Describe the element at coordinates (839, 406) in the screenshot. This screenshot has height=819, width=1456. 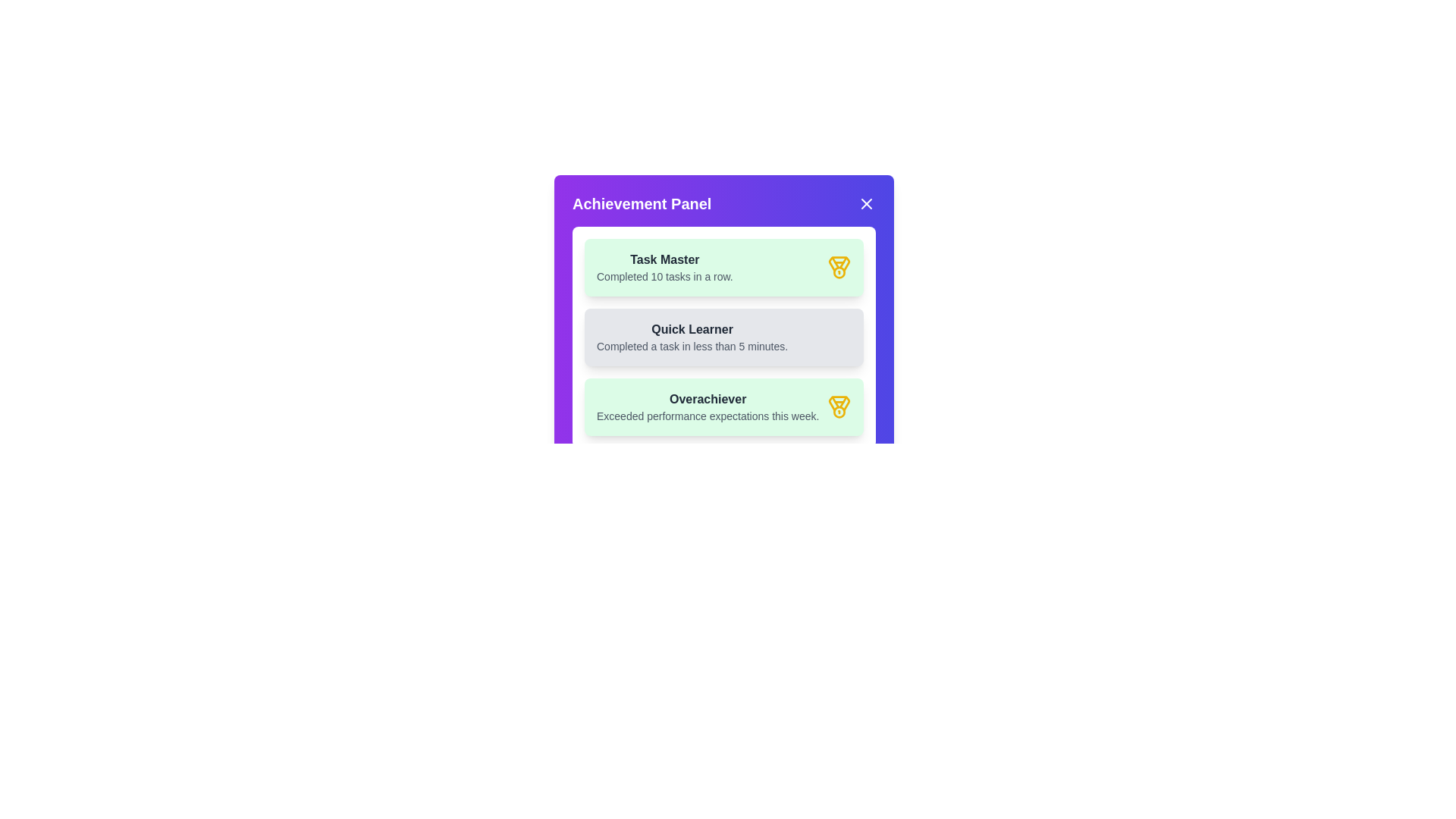
I see `the award icon representing the 'Overachiever' achievement located at the top-right corner of the green achievement card` at that location.